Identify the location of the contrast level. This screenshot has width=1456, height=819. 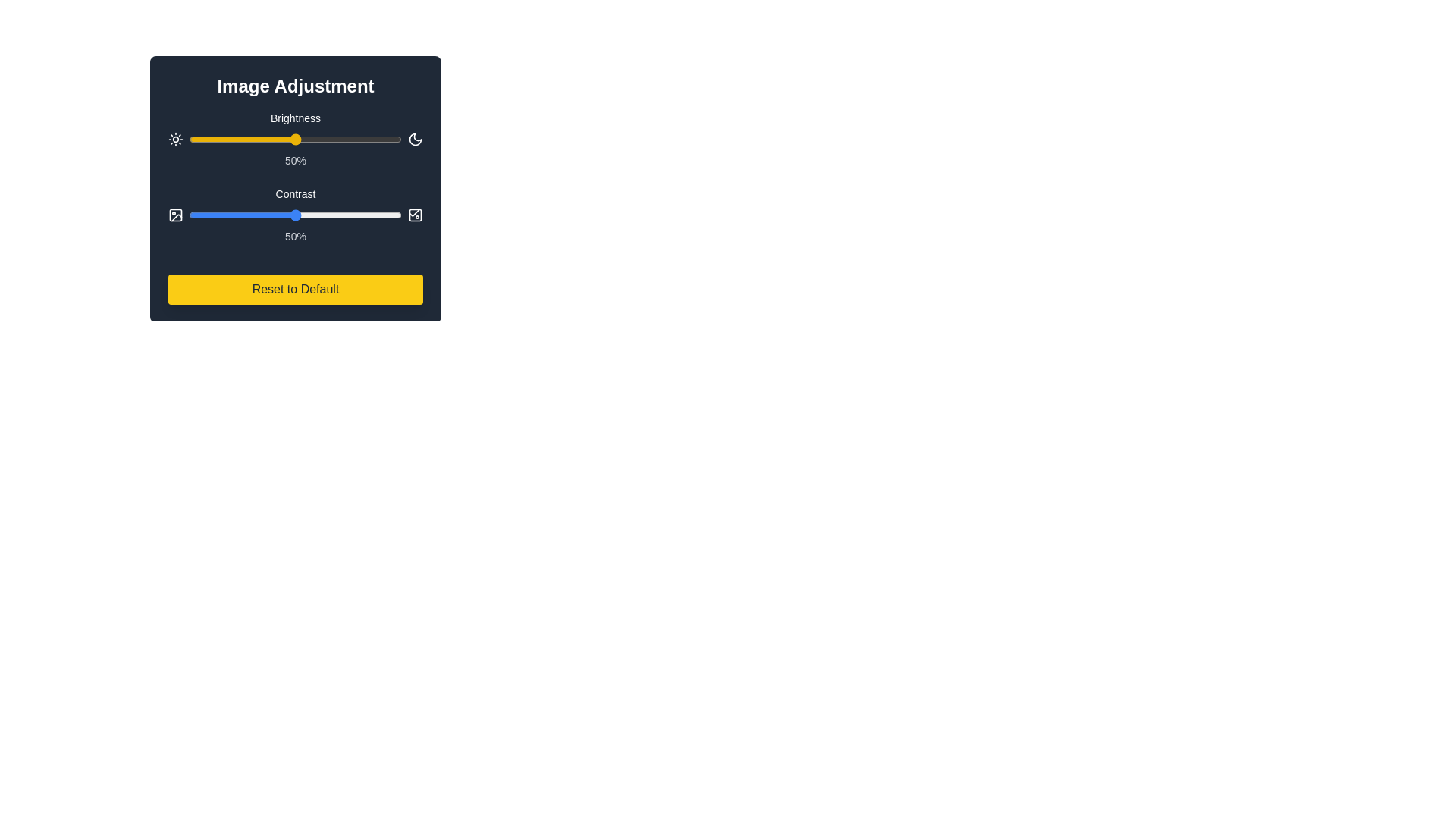
(318, 215).